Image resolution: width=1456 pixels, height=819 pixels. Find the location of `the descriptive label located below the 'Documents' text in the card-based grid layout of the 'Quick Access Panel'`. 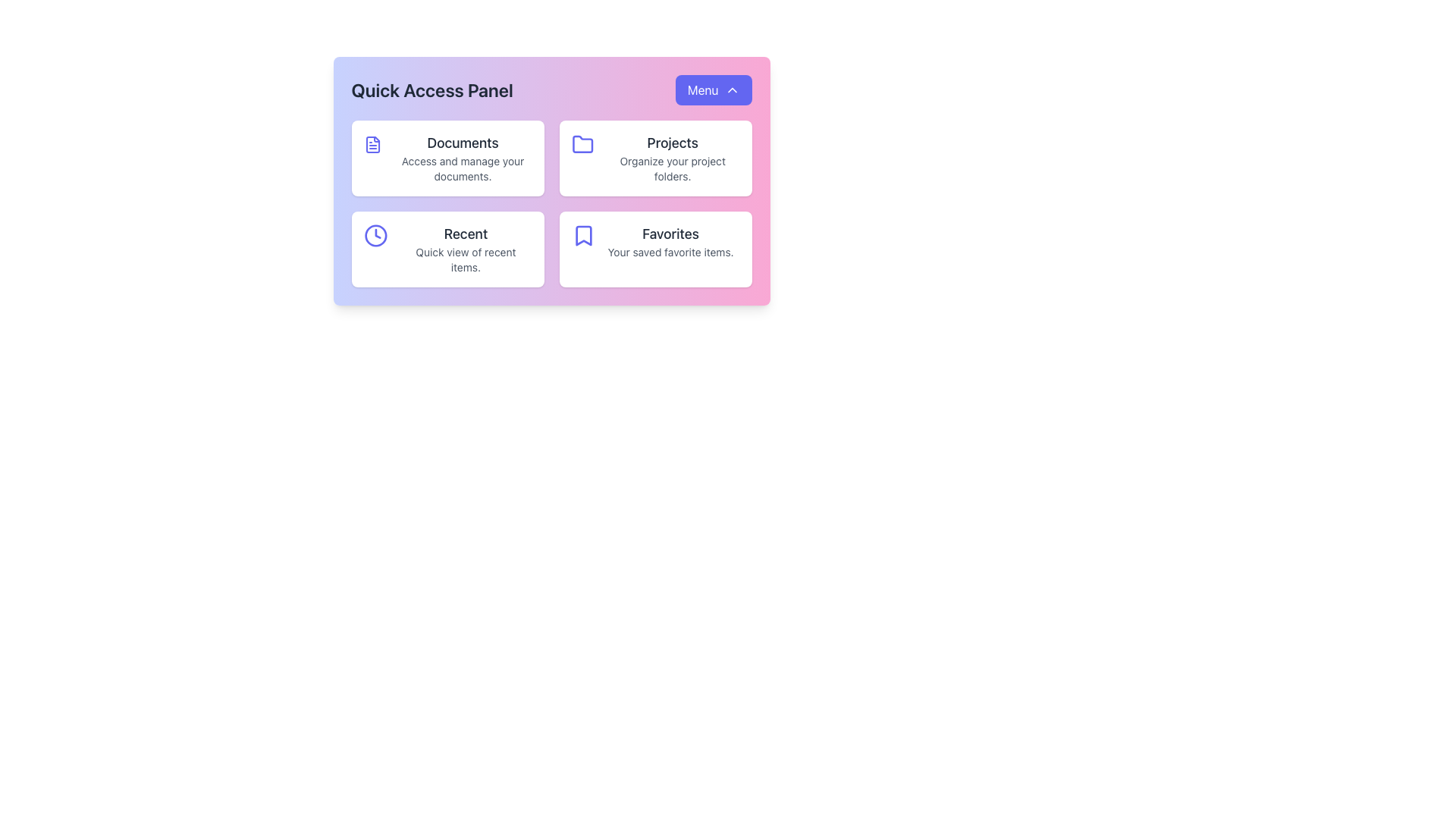

the descriptive label located below the 'Documents' text in the card-based grid layout of the 'Quick Access Panel' is located at coordinates (462, 169).